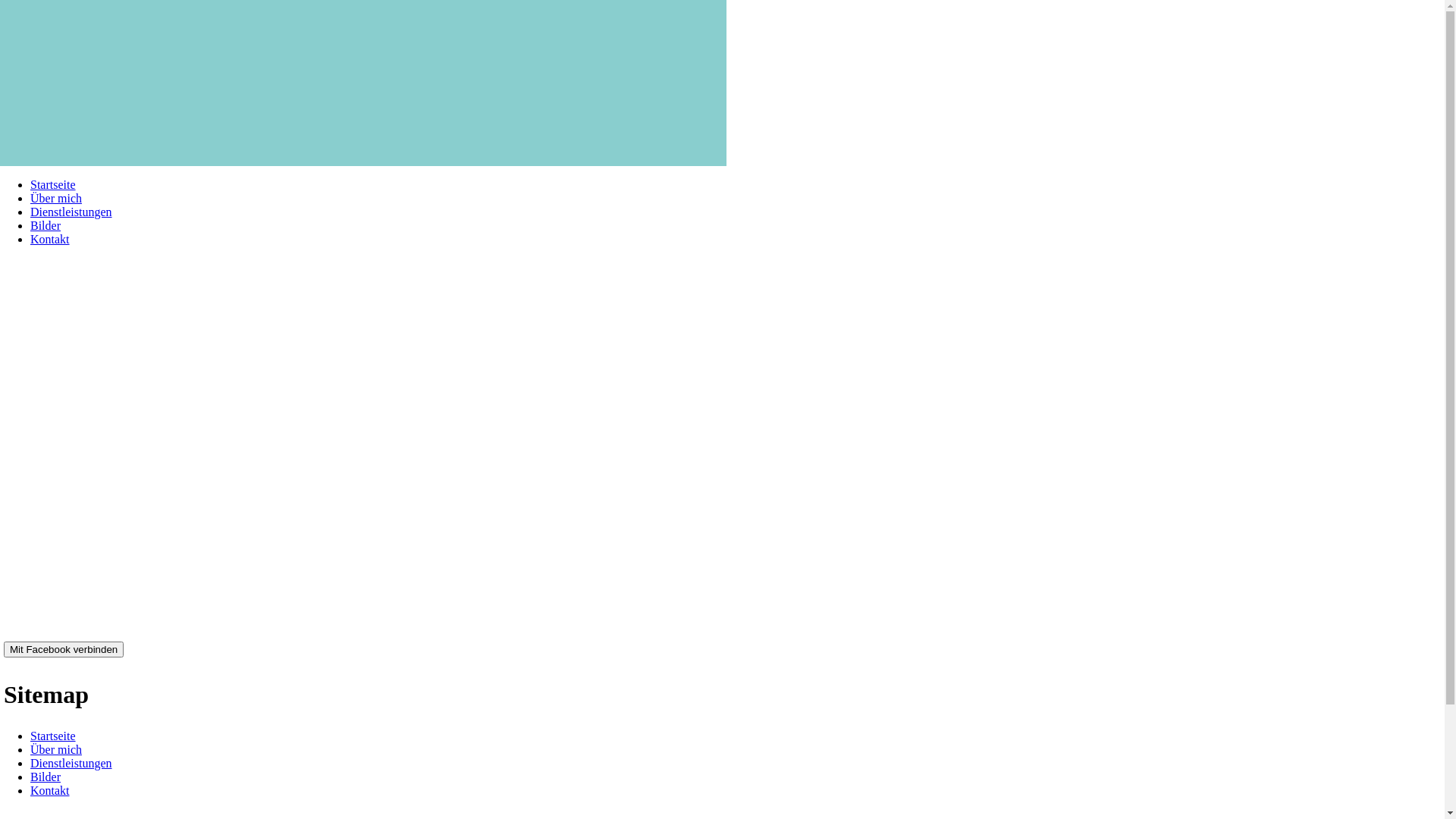 Image resolution: width=1456 pixels, height=819 pixels. Describe the element at coordinates (30, 212) in the screenshot. I see `'Dienstleistungen'` at that location.